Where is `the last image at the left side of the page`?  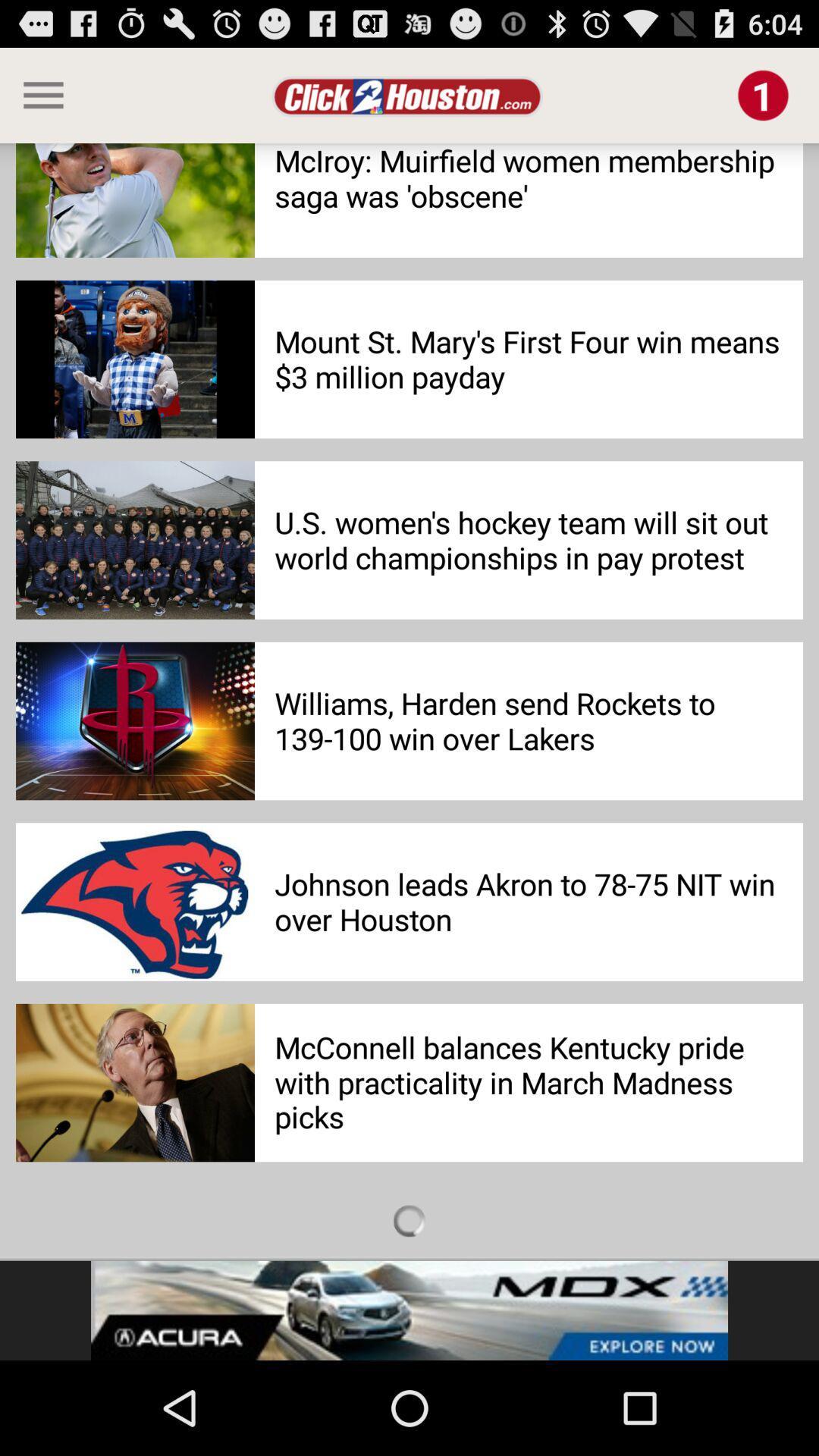 the last image at the left side of the page is located at coordinates (134, 1082).